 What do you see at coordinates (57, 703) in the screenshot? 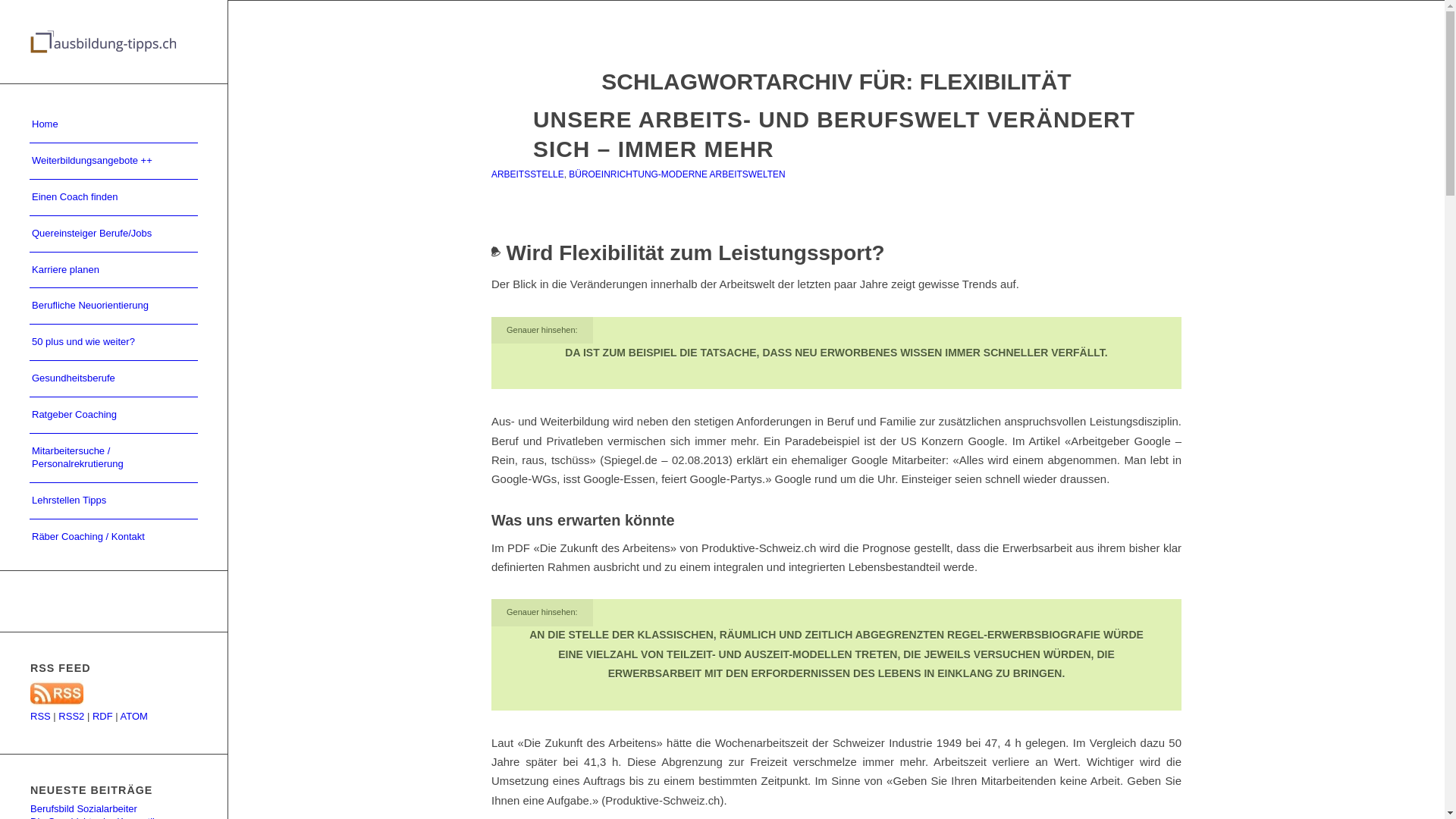
I see `'RSS Feed'` at bounding box center [57, 703].